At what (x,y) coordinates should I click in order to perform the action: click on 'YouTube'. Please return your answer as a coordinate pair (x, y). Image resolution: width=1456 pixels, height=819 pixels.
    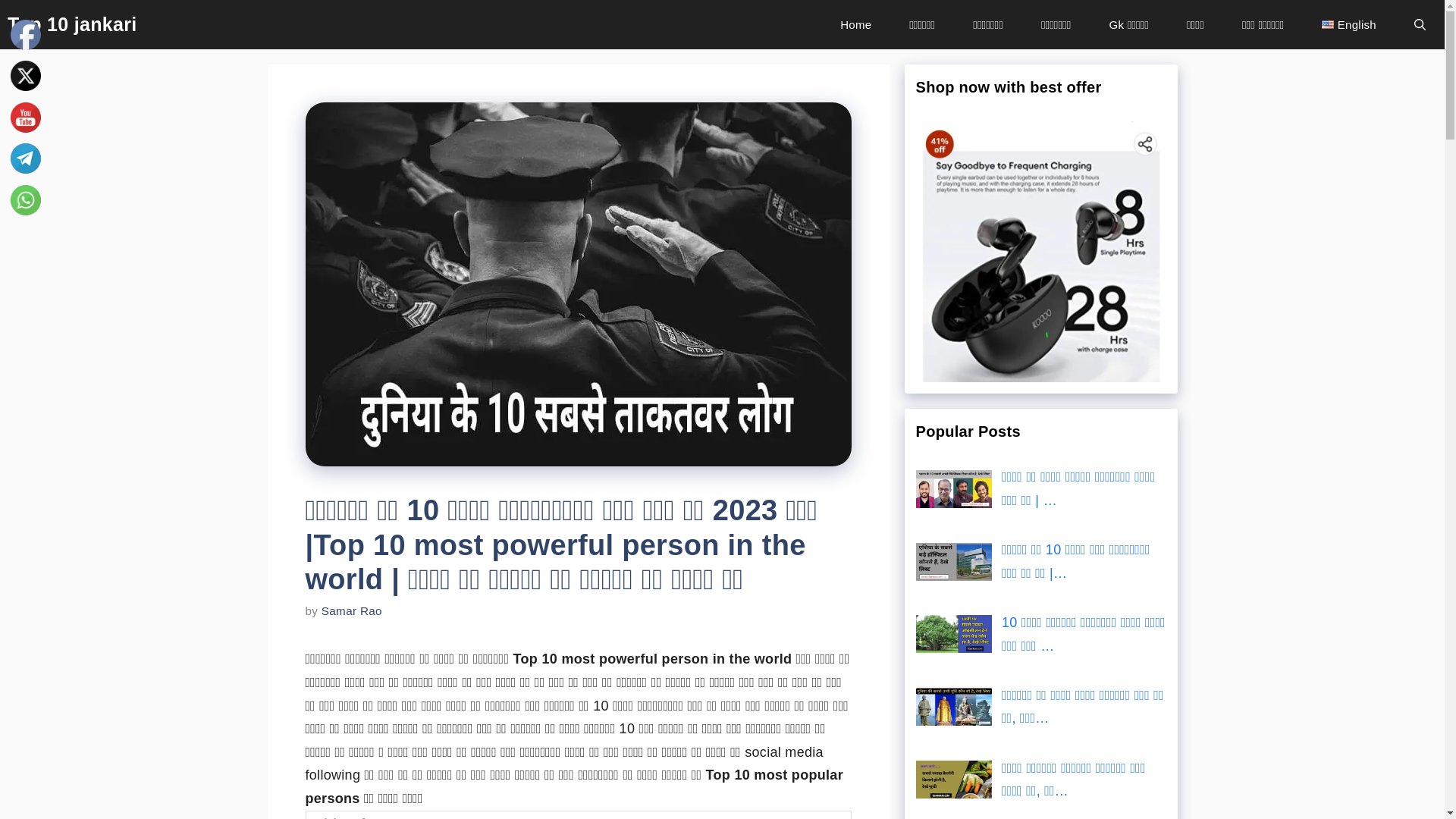
    Looking at the image, I should click on (25, 116).